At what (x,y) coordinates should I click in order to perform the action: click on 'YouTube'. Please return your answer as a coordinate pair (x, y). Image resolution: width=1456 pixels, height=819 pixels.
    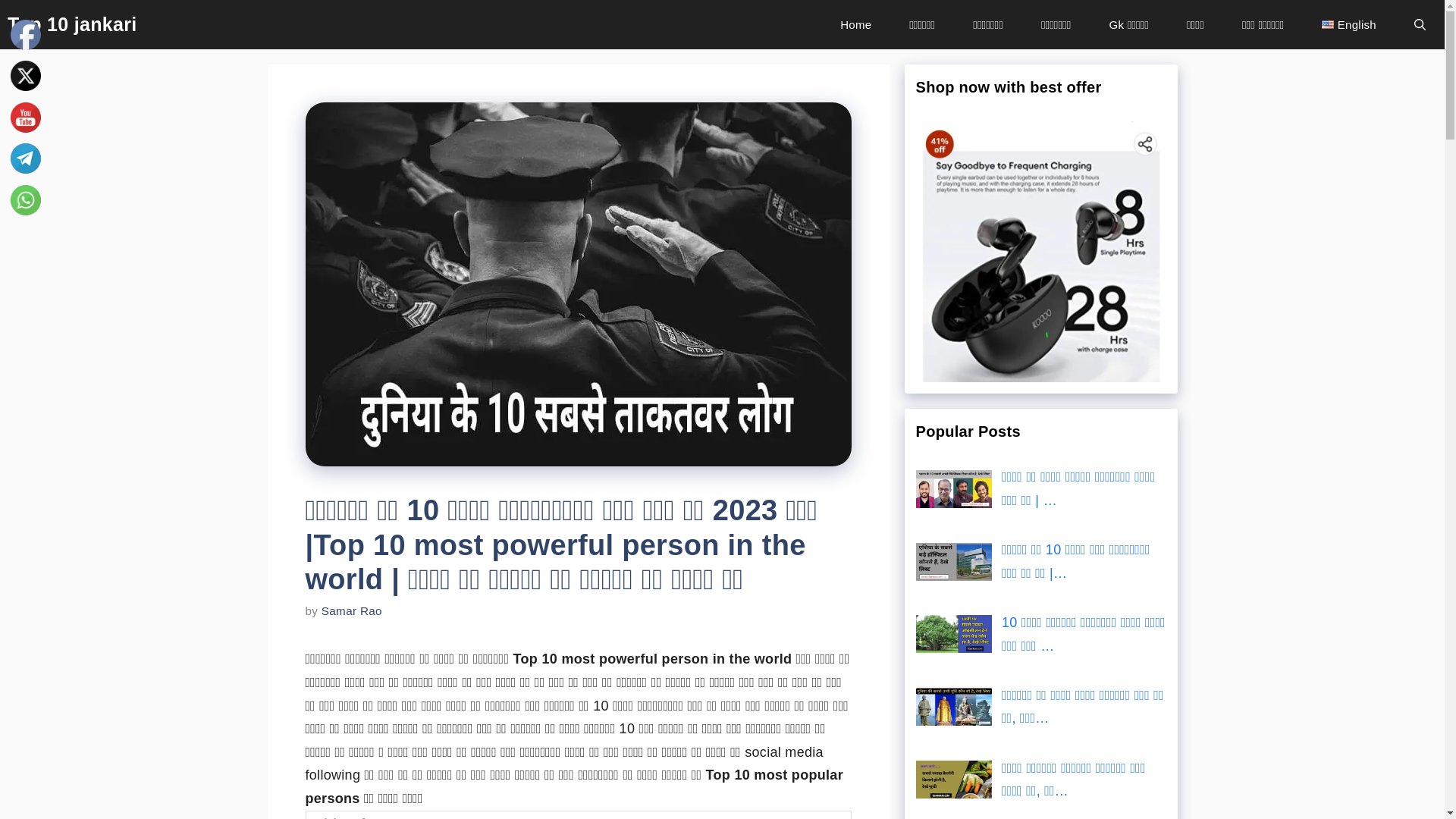
    Looking at the image, I should click on (25, 116).